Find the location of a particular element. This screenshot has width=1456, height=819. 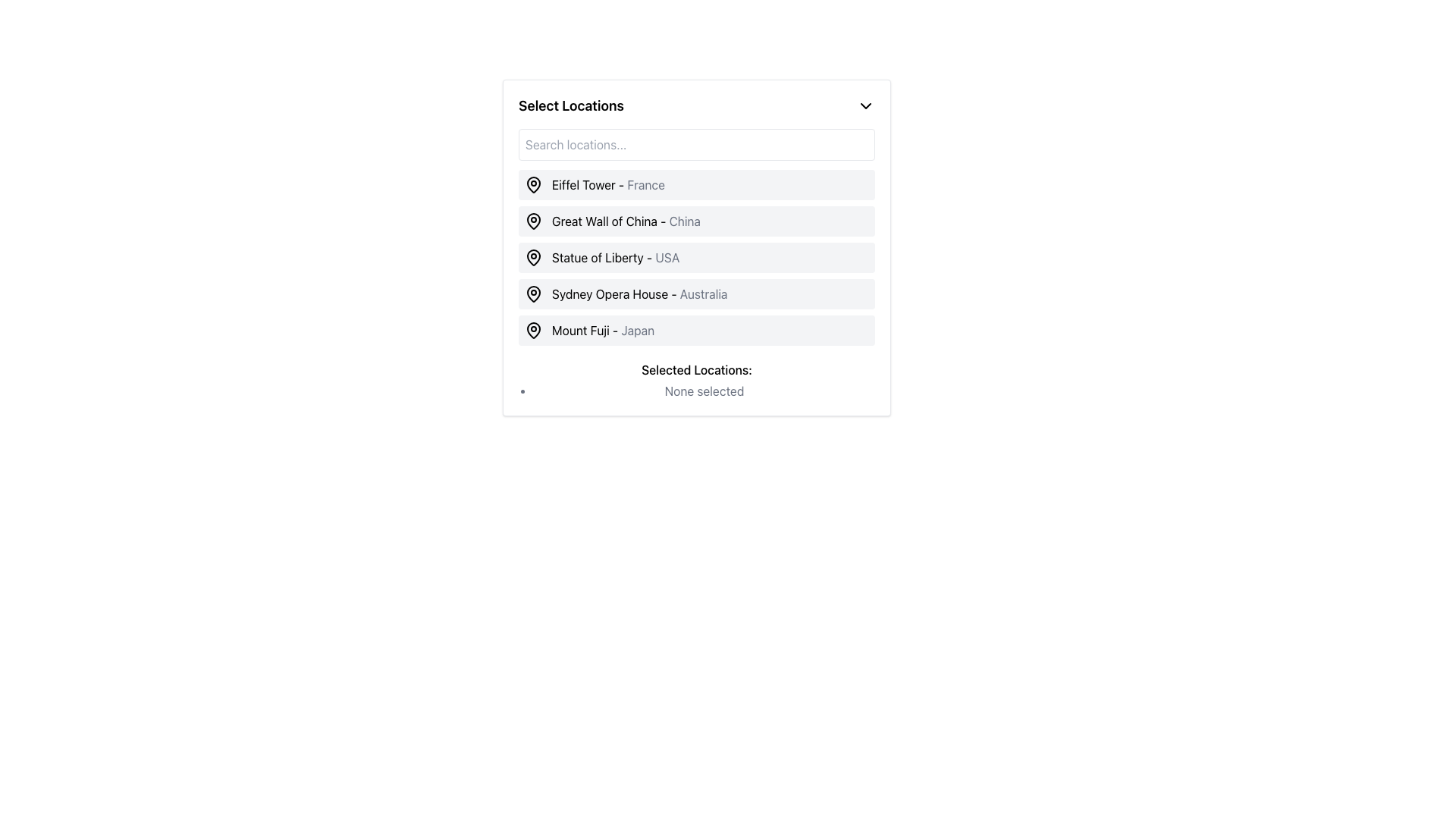

the map pin icon, which is depicted in black strokes and located adjacent to the text 'Statue of Liberty - USA' is located at coordinates (534, 256).